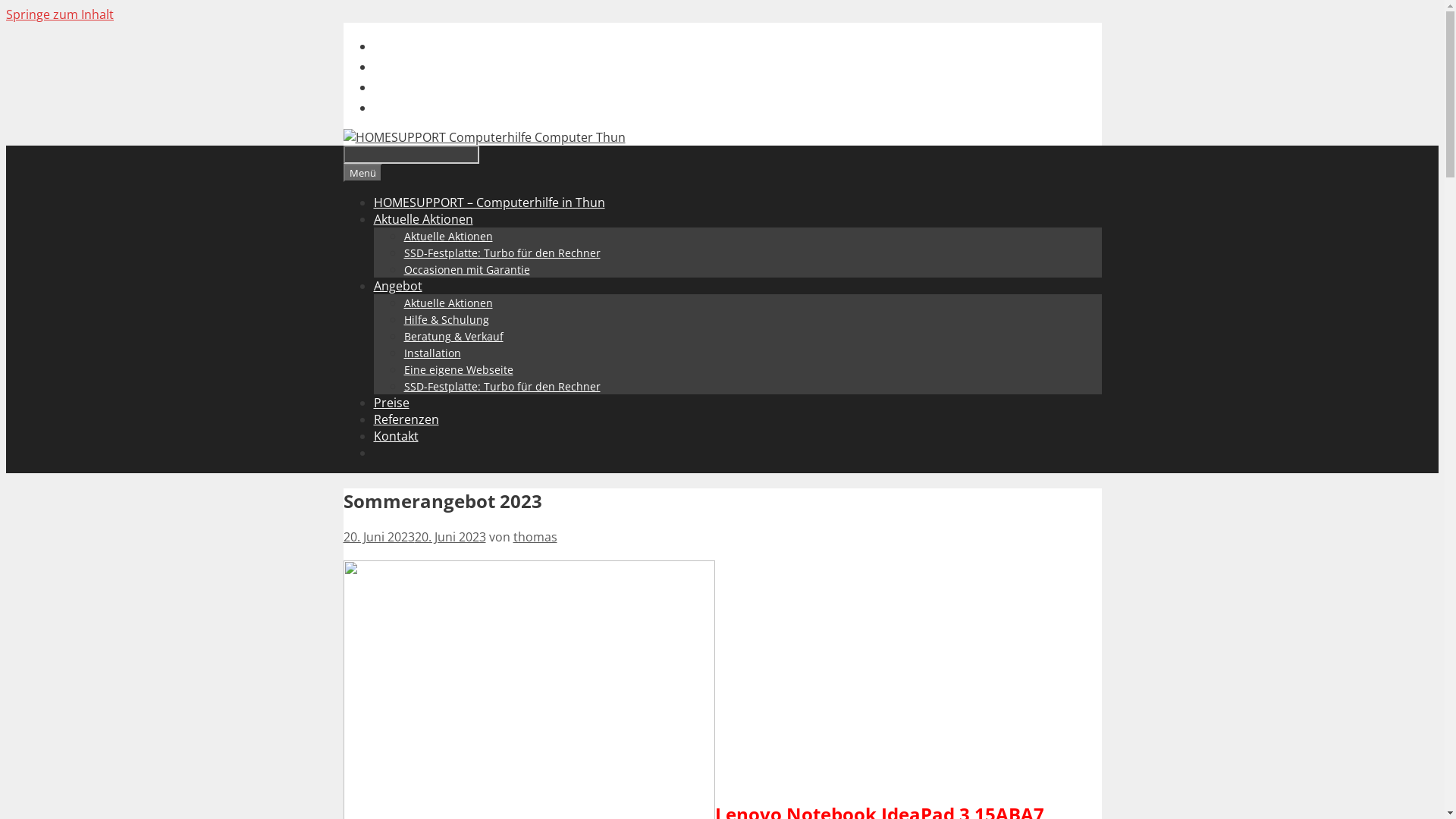 The height and width of the screenshot is (819, 1456). What do you see at coordinates (395, 435) in the screenshot?
I see `'Kontakt'` at bounding box center [395, 435].